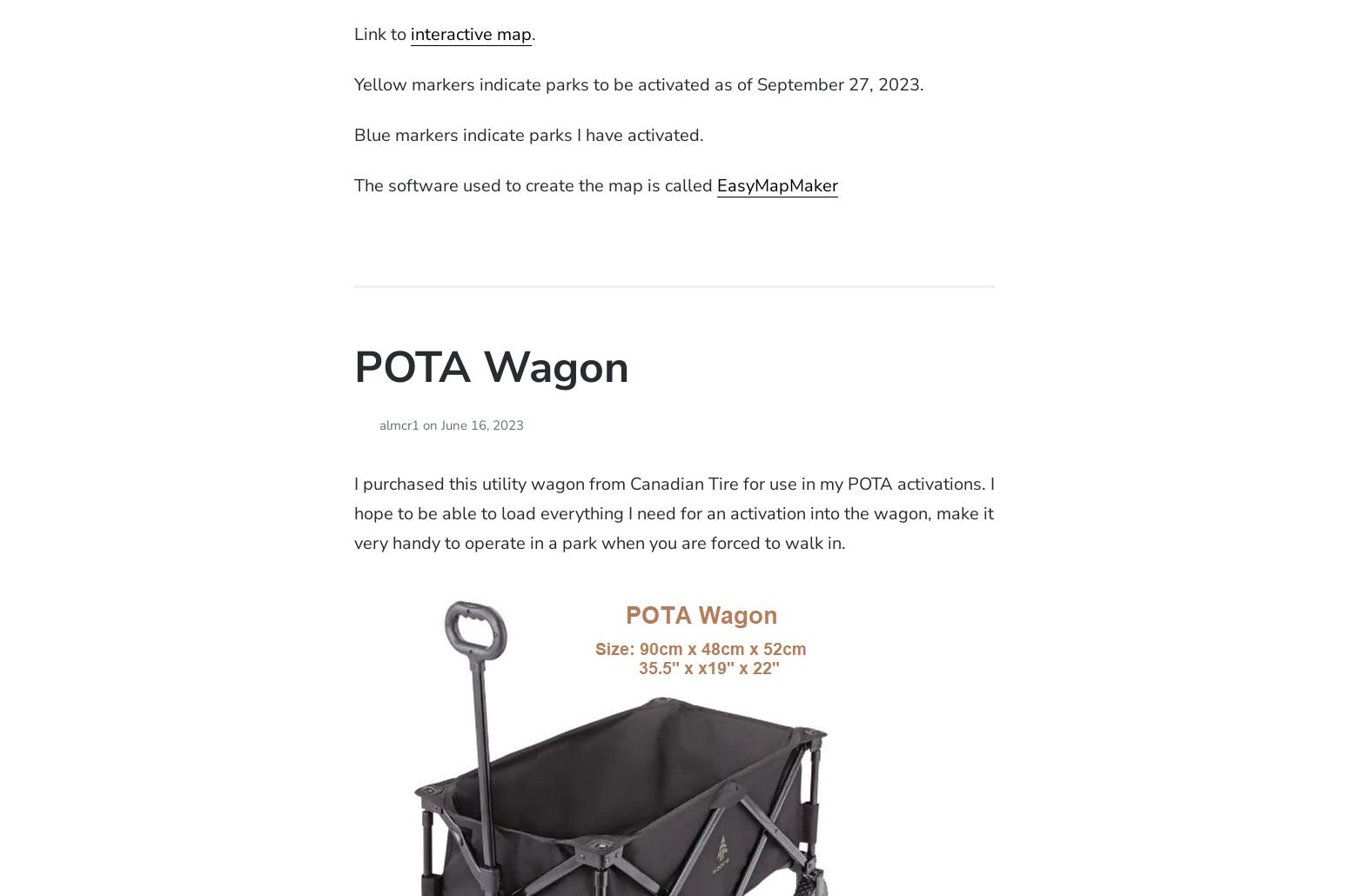 The image size is (1349, 896). Describe the element at coordinates (533, 33) in the screenshot. I see `'.'` at that location.